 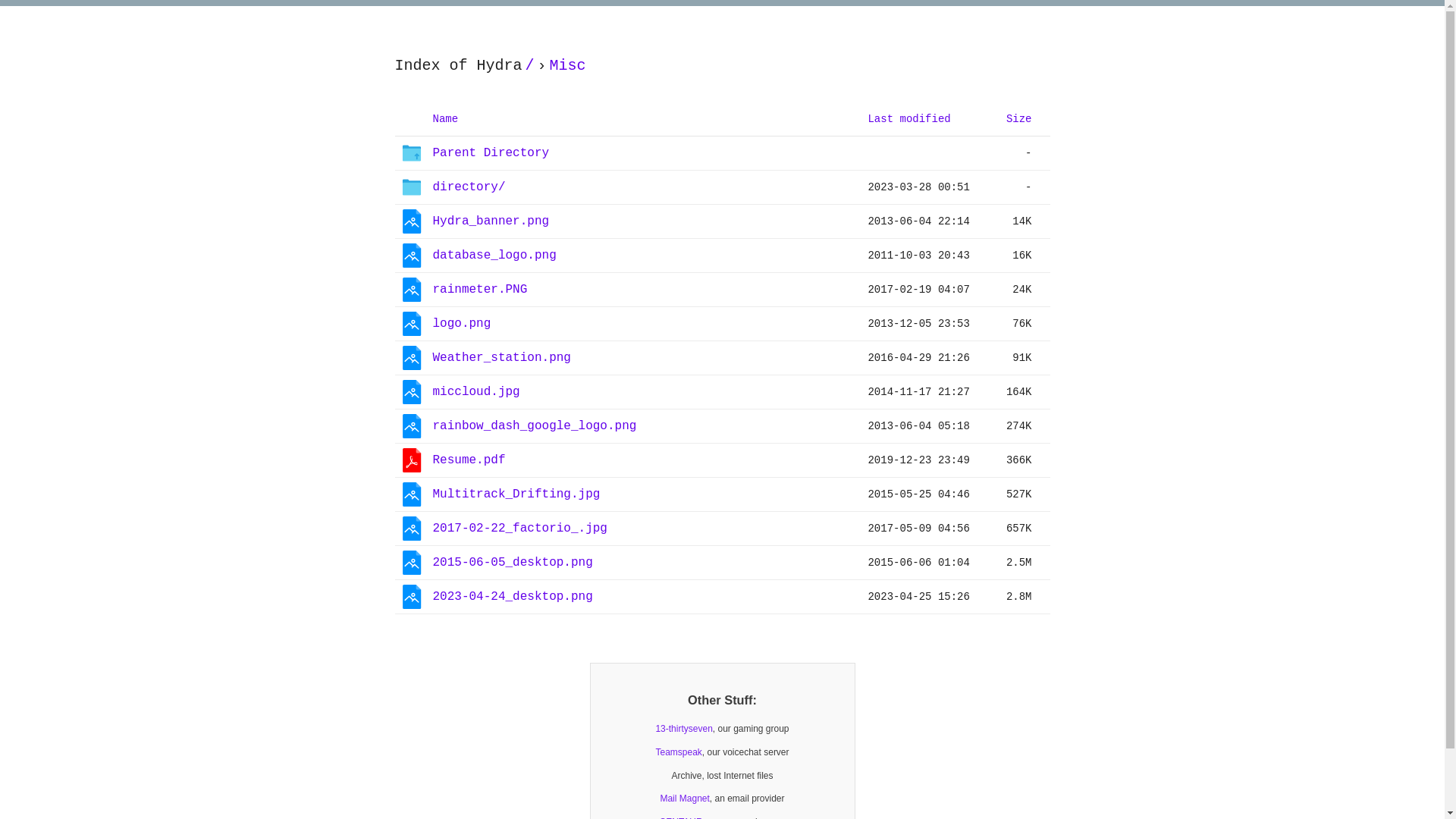 I want to click on 'miccloud.jpg', so click(x=475, y=391).